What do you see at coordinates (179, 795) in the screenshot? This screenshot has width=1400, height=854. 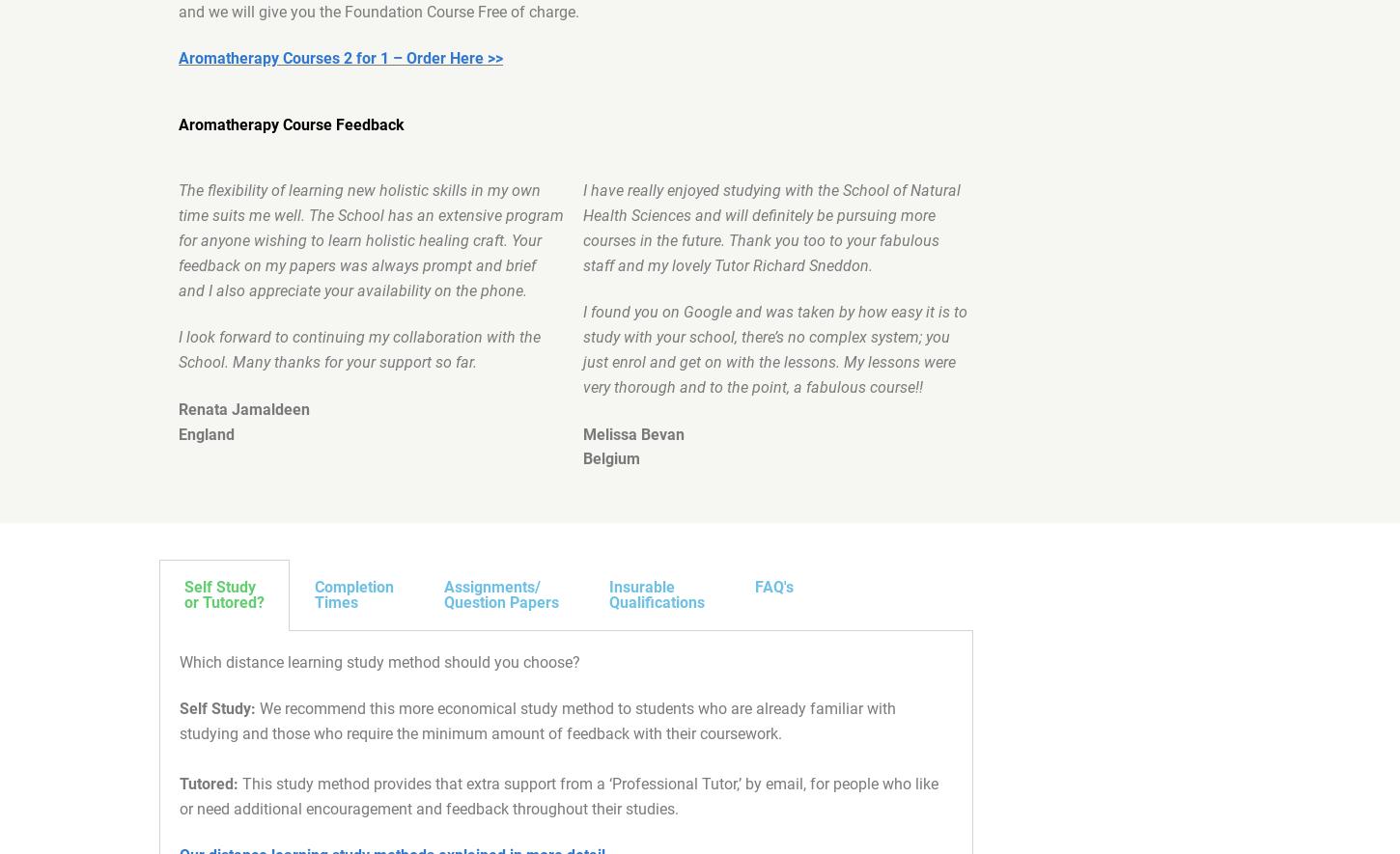 I see `'This study method provides that extra support from a ‘Professional Tutor,’ by email, for people who like or need additional encouragement and feedback throughout their studies.'` at bounding box center [179, 795].